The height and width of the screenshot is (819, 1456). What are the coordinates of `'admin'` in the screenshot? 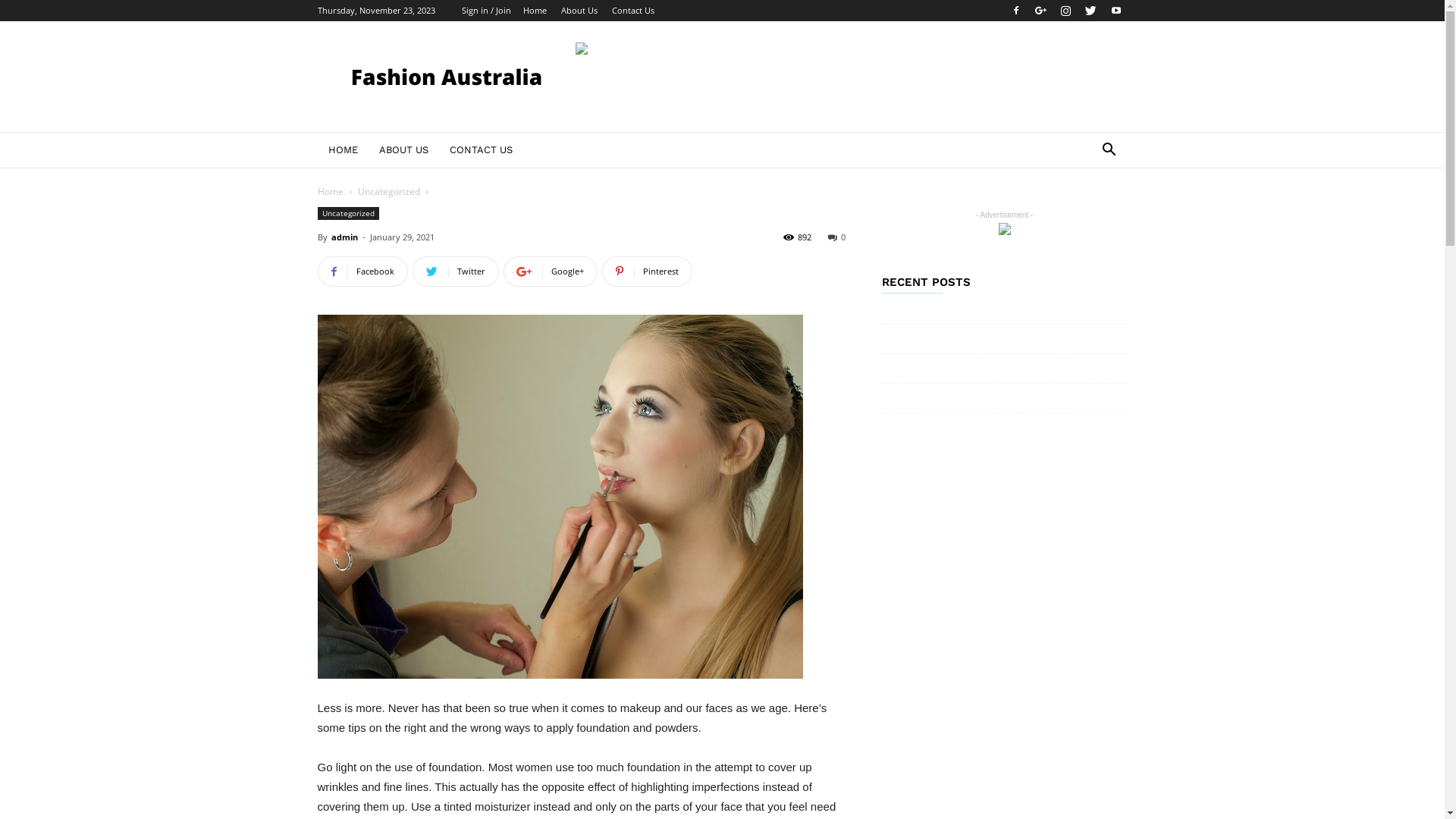 It's located at (343, 237).